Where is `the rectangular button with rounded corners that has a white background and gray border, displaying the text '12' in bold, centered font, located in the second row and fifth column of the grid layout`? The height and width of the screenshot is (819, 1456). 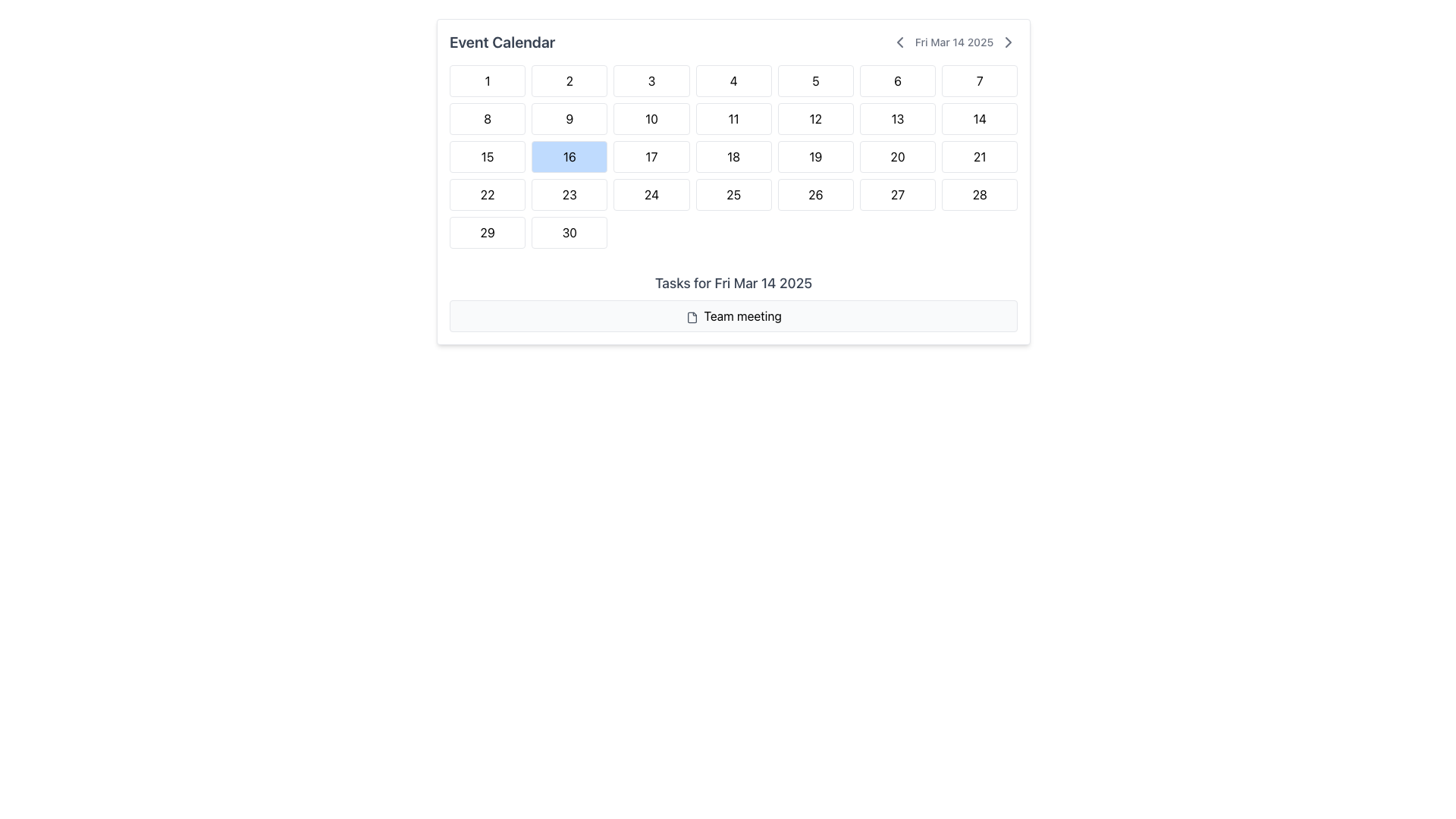
the rectangular button with rounded corners that has a white background and gray border, displaying the text '12' in bold, centered font, located in the second row and fifth column of the grid layout is located at coordinates (814, 118).